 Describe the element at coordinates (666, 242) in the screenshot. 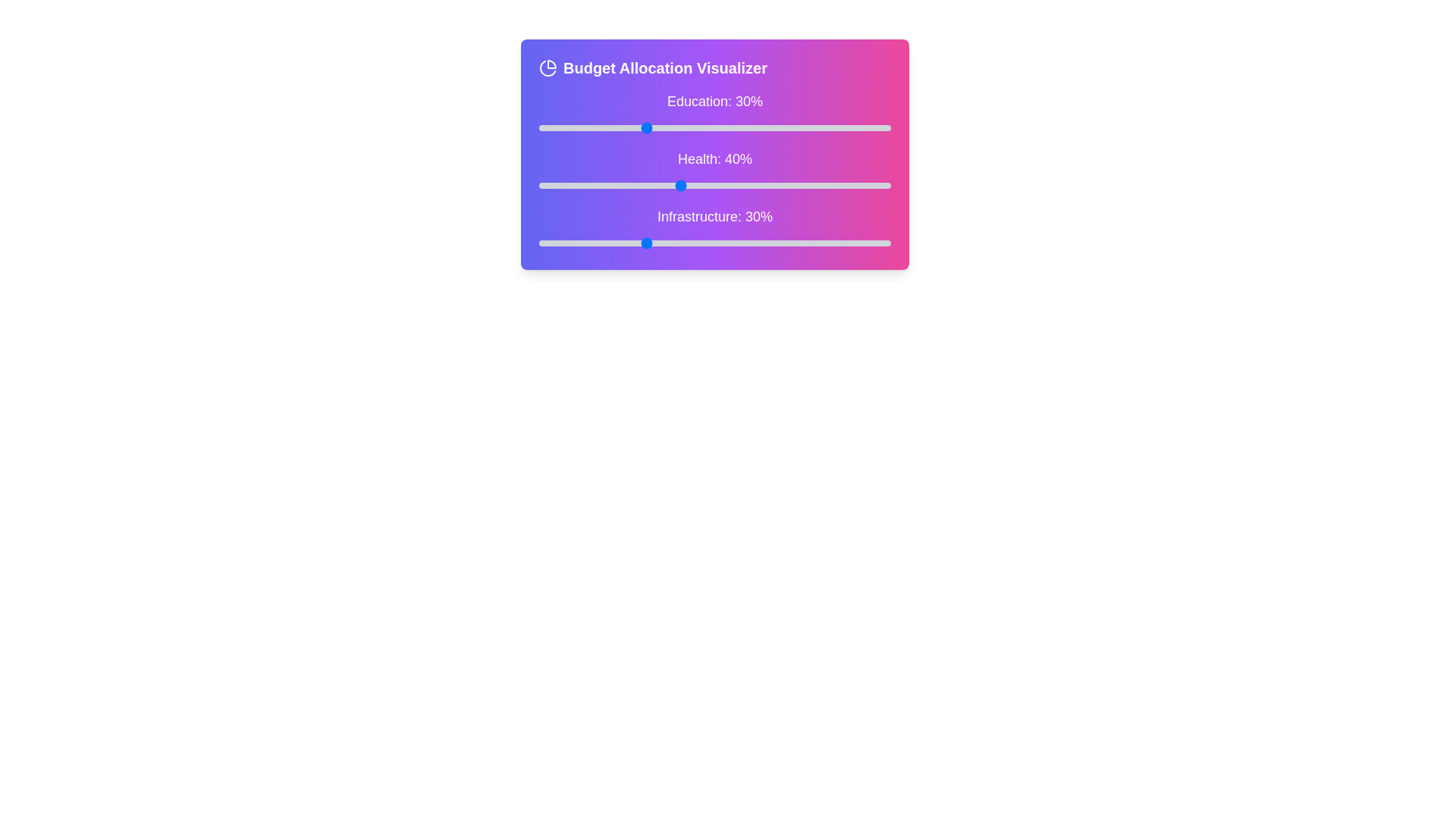

I see `'Infrastructure' percentage` at that location.